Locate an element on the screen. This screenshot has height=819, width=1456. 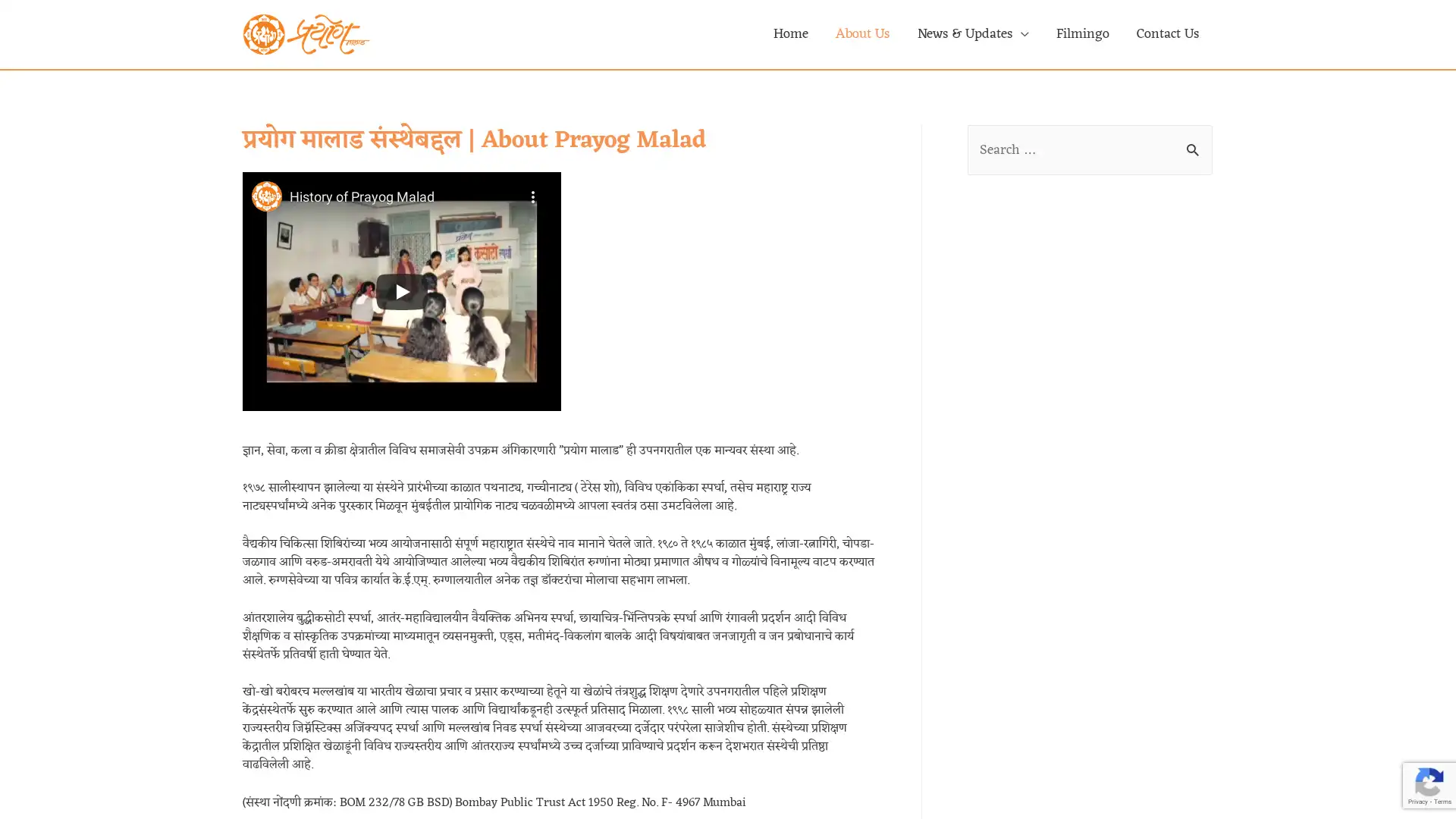
Search is located at coordinates (1194, 141).